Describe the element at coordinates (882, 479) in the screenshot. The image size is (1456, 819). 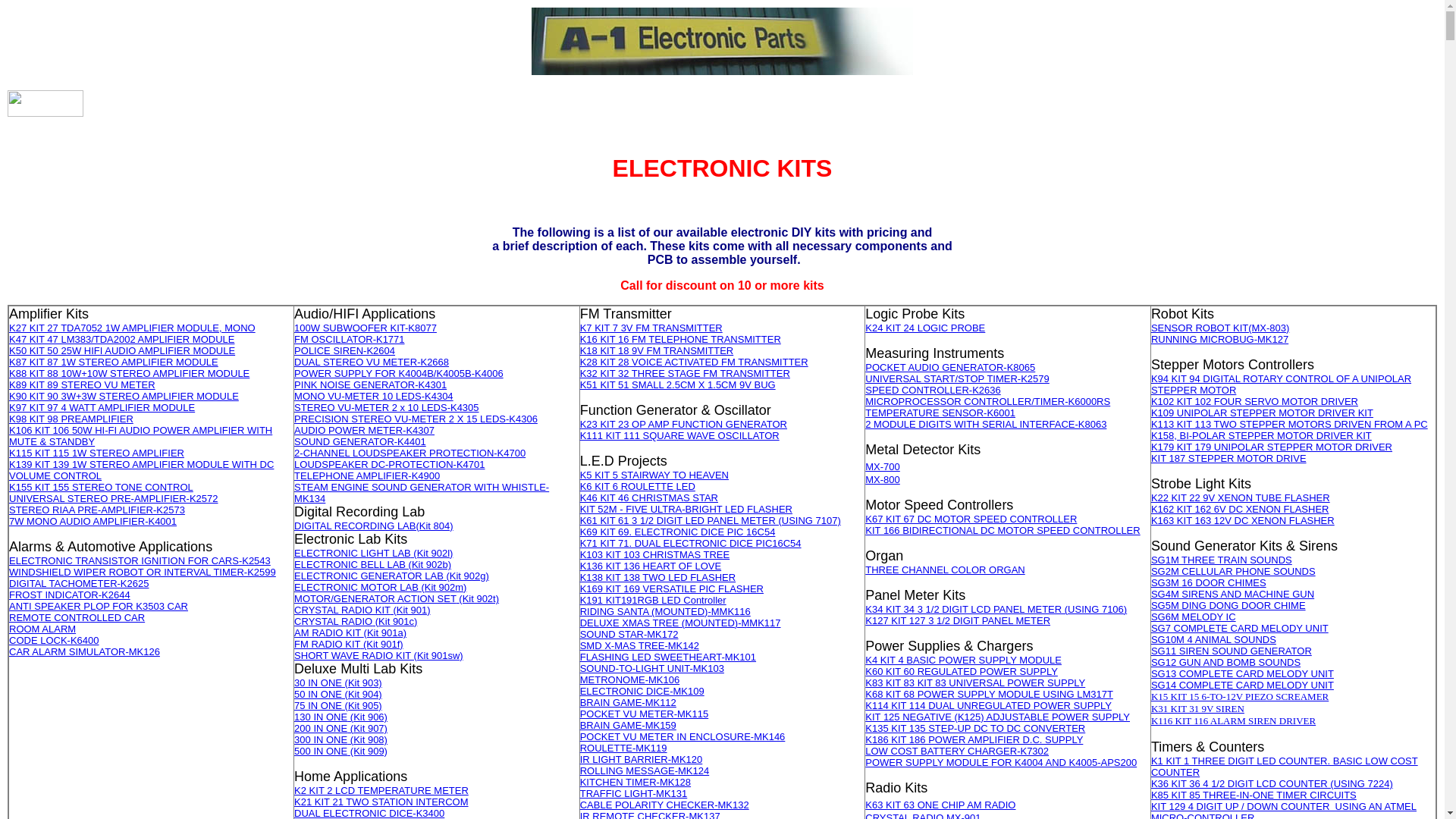
I see `'MX-800'` at that location.